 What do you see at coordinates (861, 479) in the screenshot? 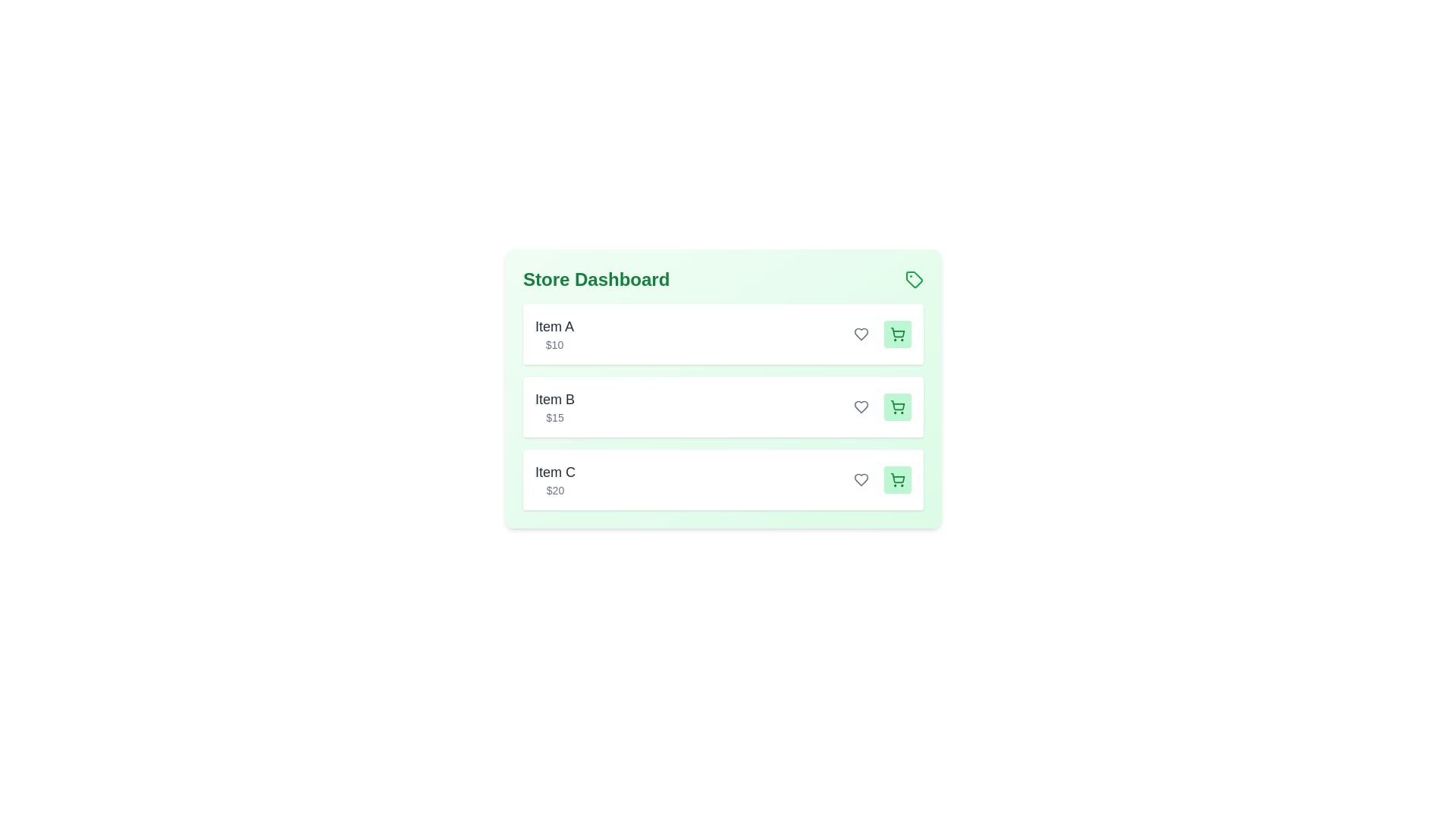
I see `the button for liking or favoriting 'Item C' in the Store Dashboard` at bounding box center [861, 479].